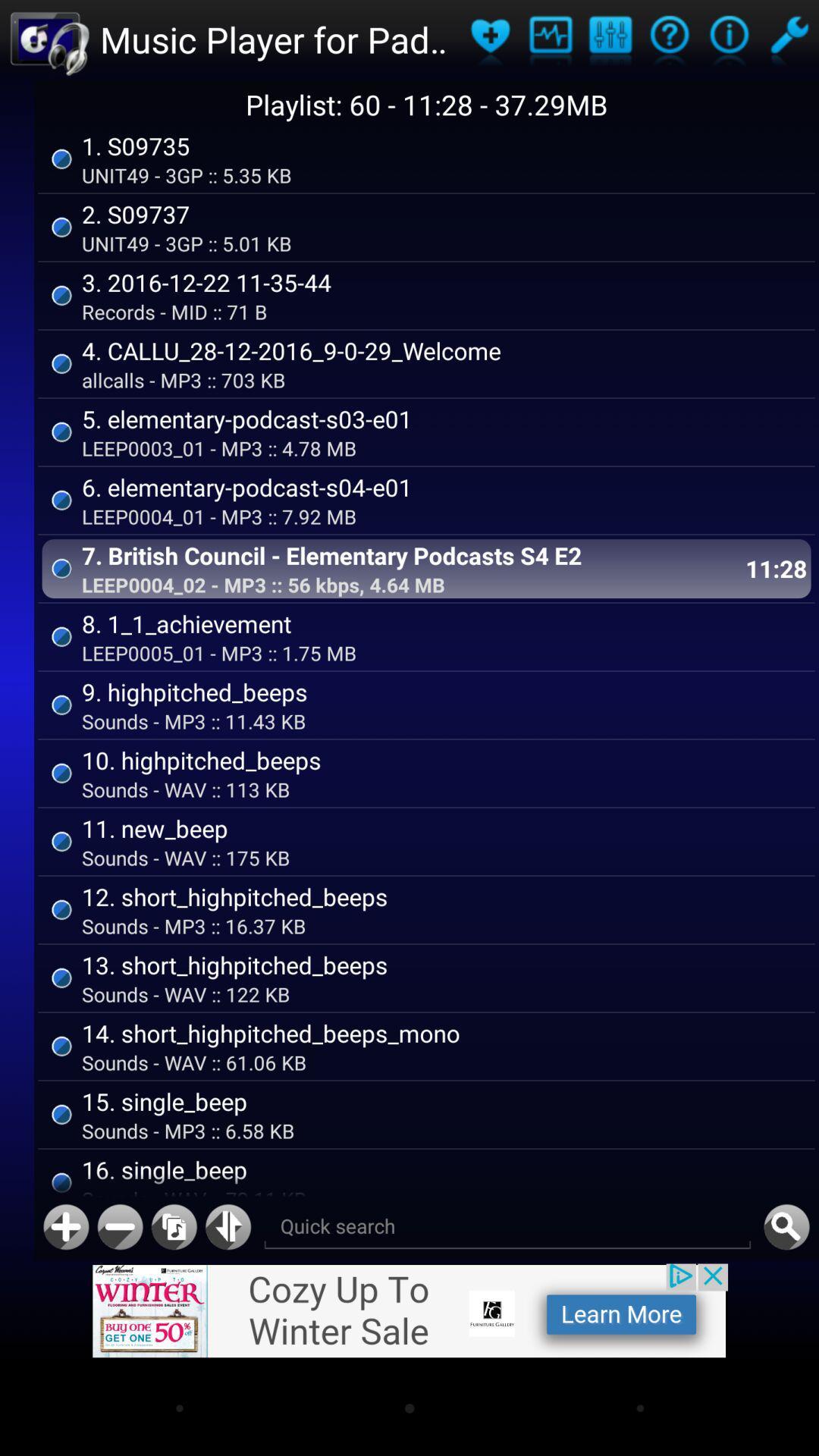 The image size is (819, 1456). What do you see at coordinates (788, 39) in the screenshot?
I see `settings swich option` at bounding box center [788, 39].